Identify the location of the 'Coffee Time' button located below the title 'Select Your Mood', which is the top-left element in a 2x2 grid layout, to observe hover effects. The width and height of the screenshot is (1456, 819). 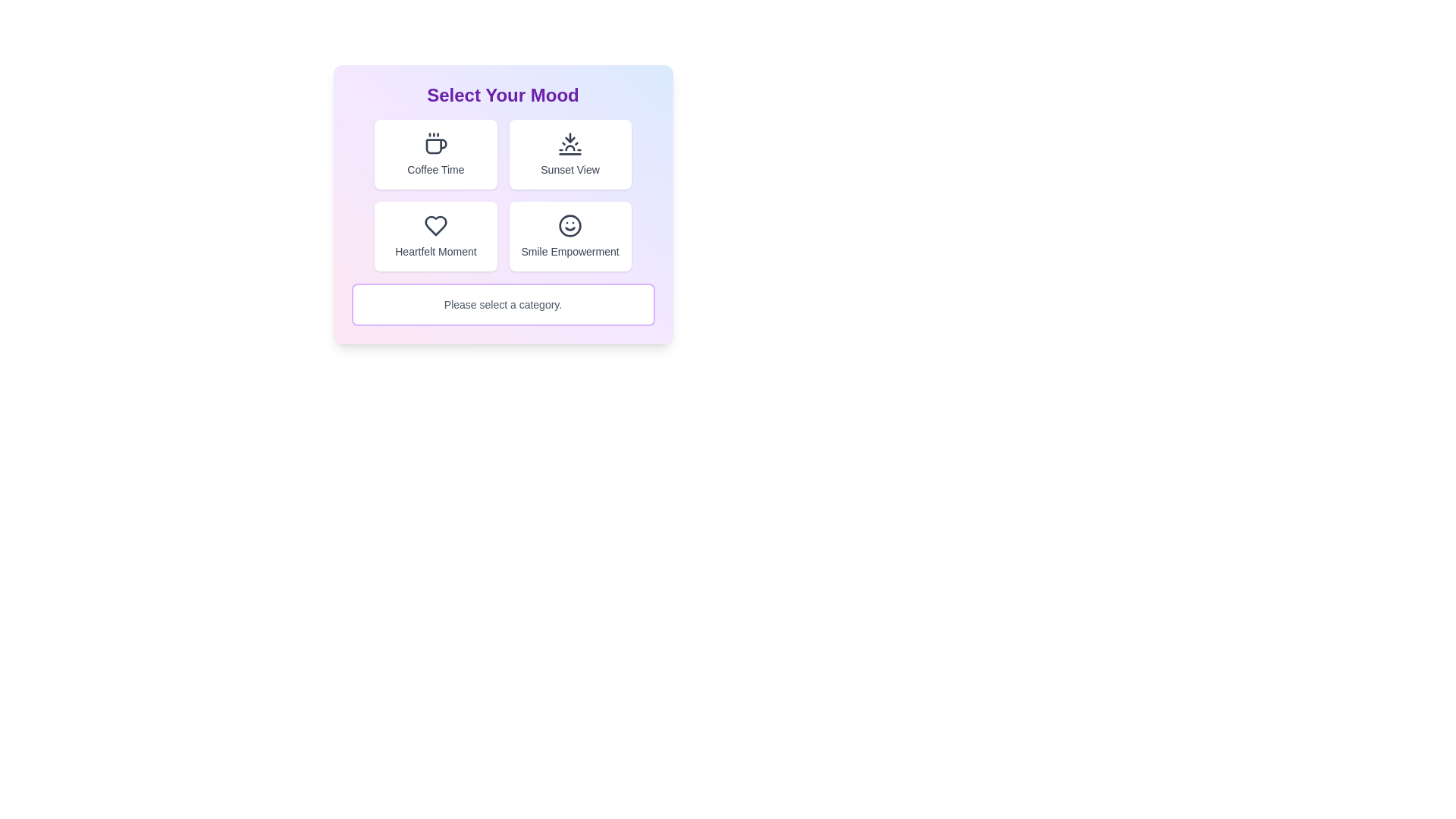
(435, 155).